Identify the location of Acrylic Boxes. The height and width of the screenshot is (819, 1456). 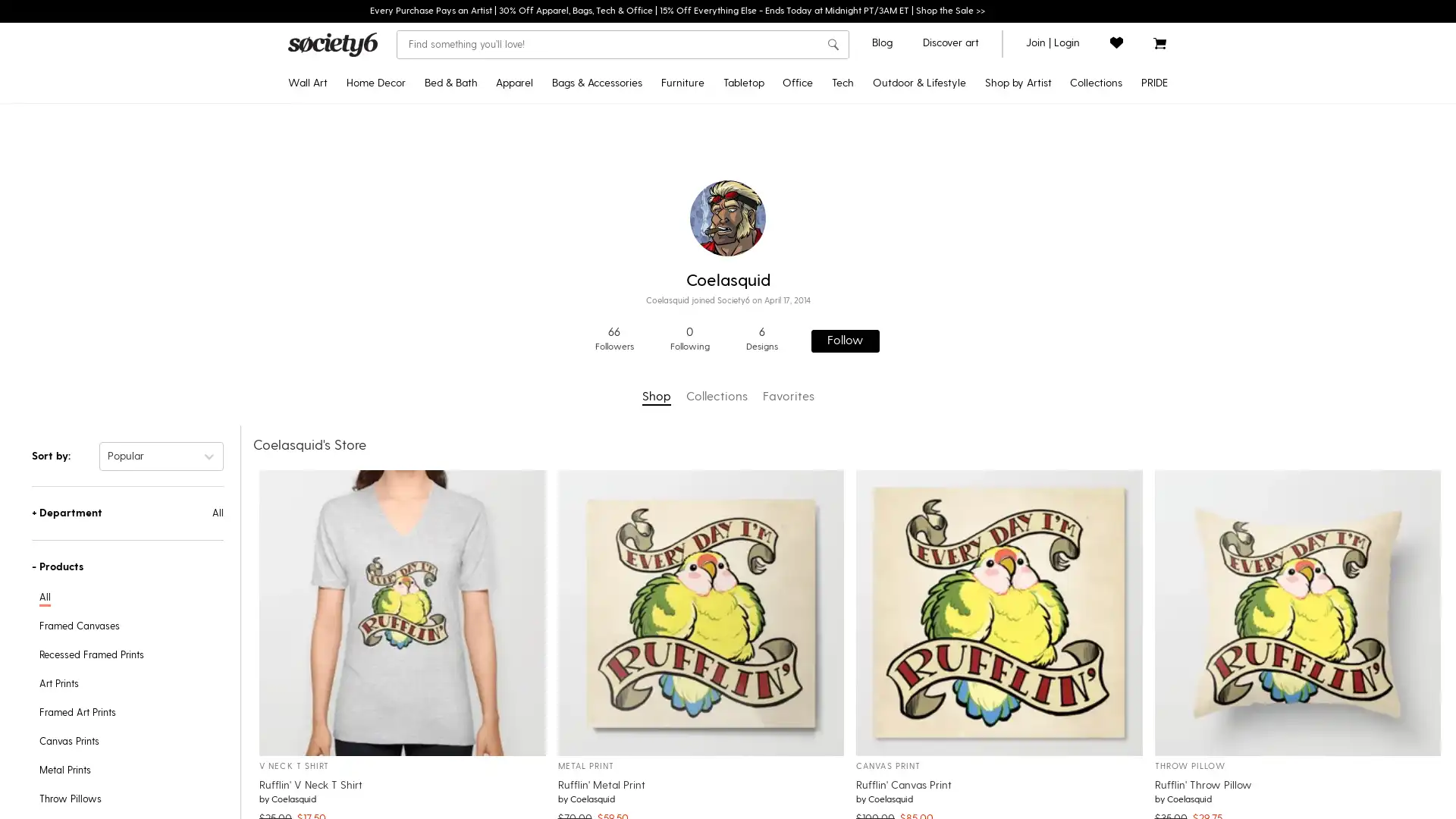
(835, 244).